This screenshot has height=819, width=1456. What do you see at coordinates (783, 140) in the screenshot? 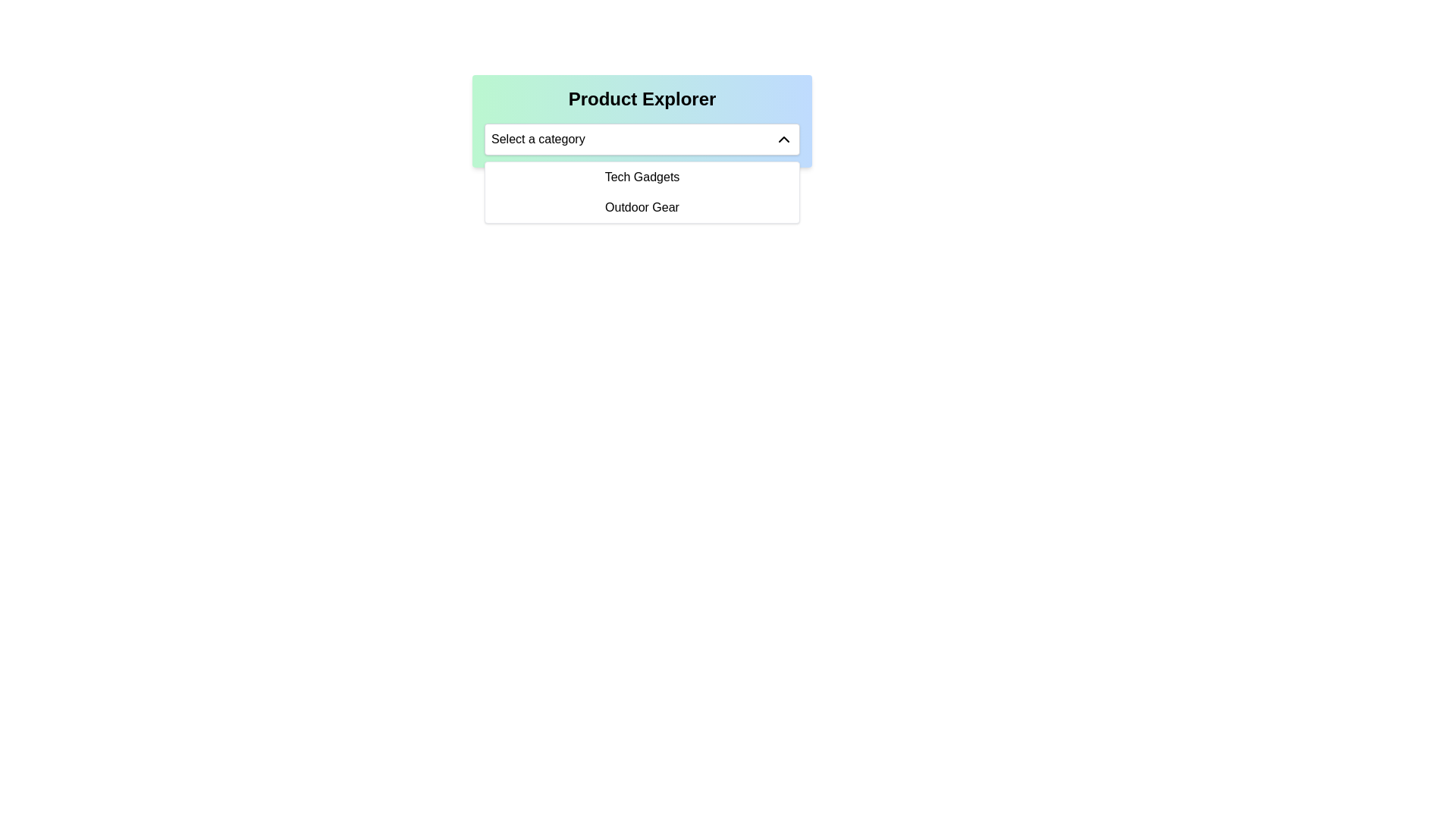
I see `the upward-pointing chevron icon used for expanding or collapsing the dropdown menu in the 'Select a category' interface` at bounding box center [783, 140].